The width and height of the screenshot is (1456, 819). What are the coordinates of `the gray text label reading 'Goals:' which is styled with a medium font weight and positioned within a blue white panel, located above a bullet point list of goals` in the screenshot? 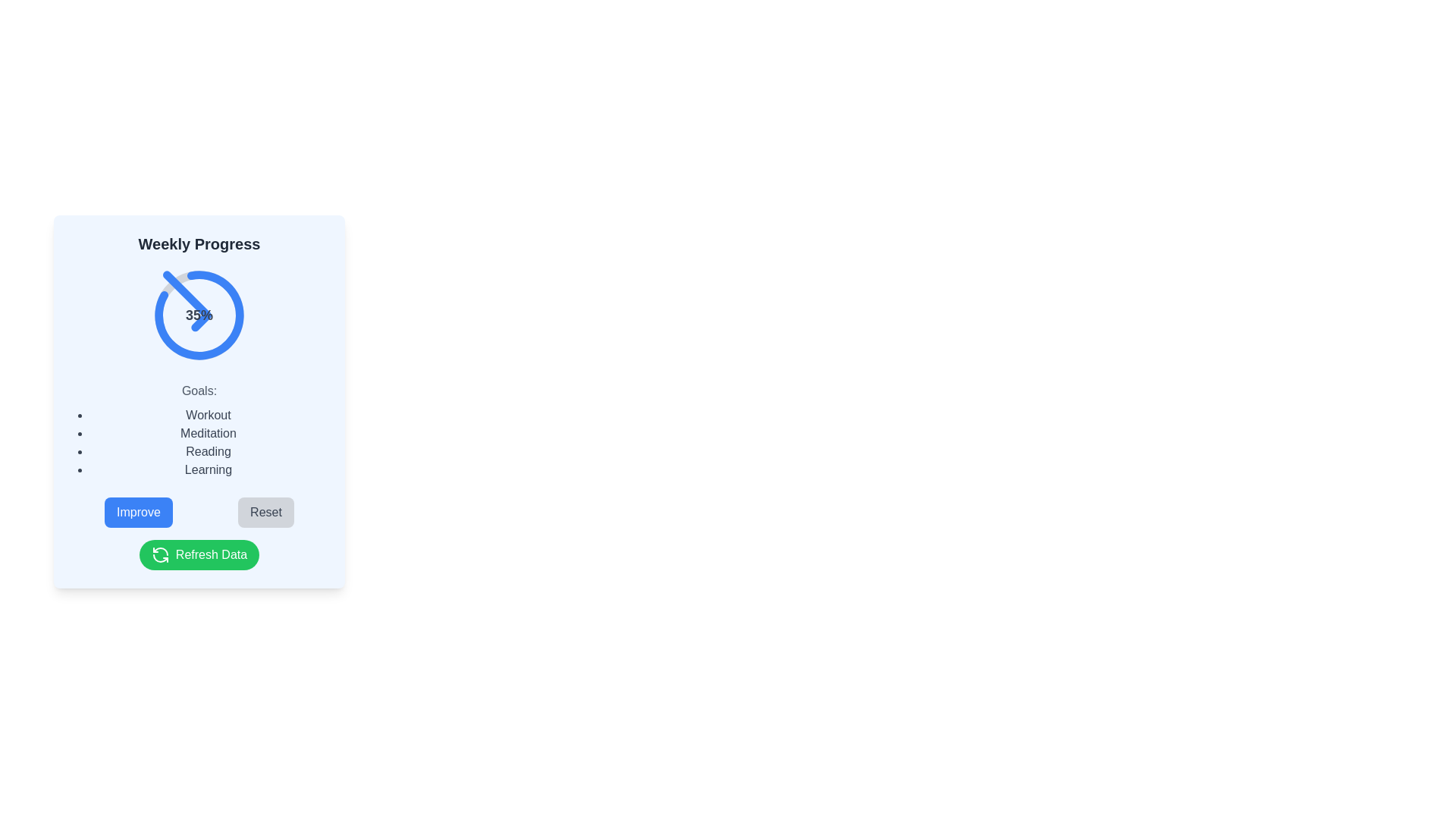 It's located at (199, 391).